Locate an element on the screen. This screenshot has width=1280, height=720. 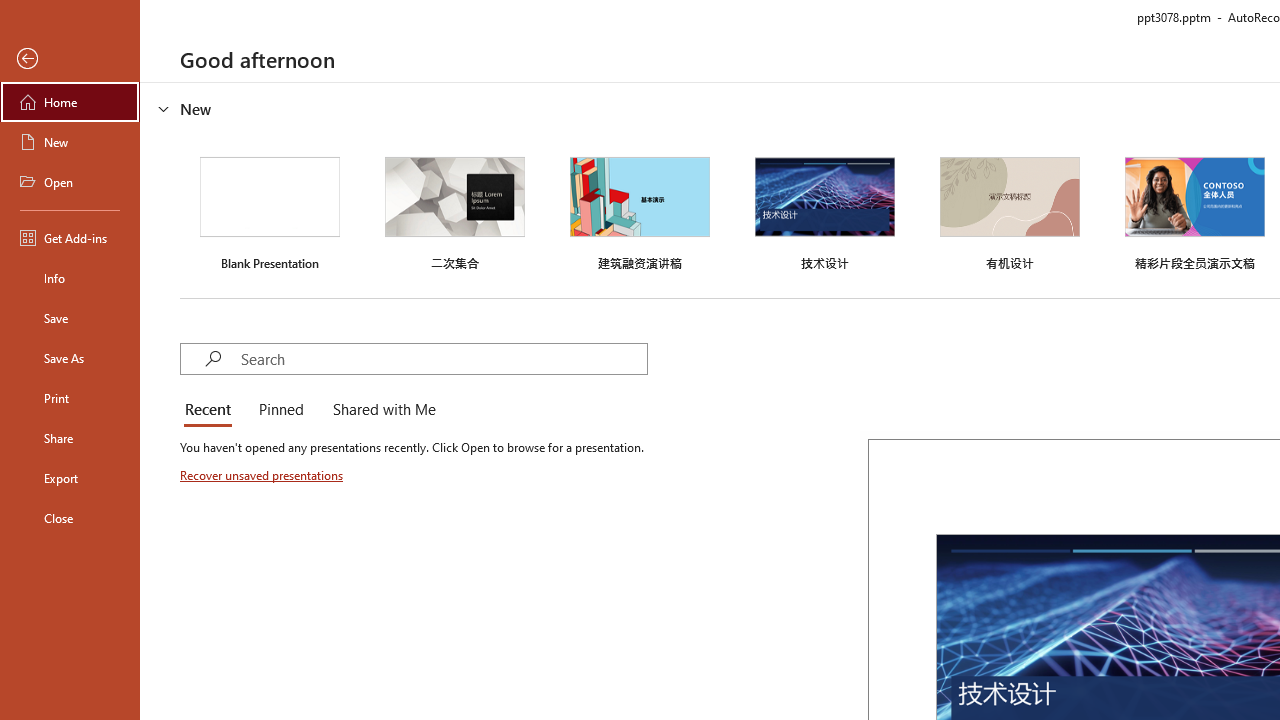
'Export' is located at coordinates (69, 478).